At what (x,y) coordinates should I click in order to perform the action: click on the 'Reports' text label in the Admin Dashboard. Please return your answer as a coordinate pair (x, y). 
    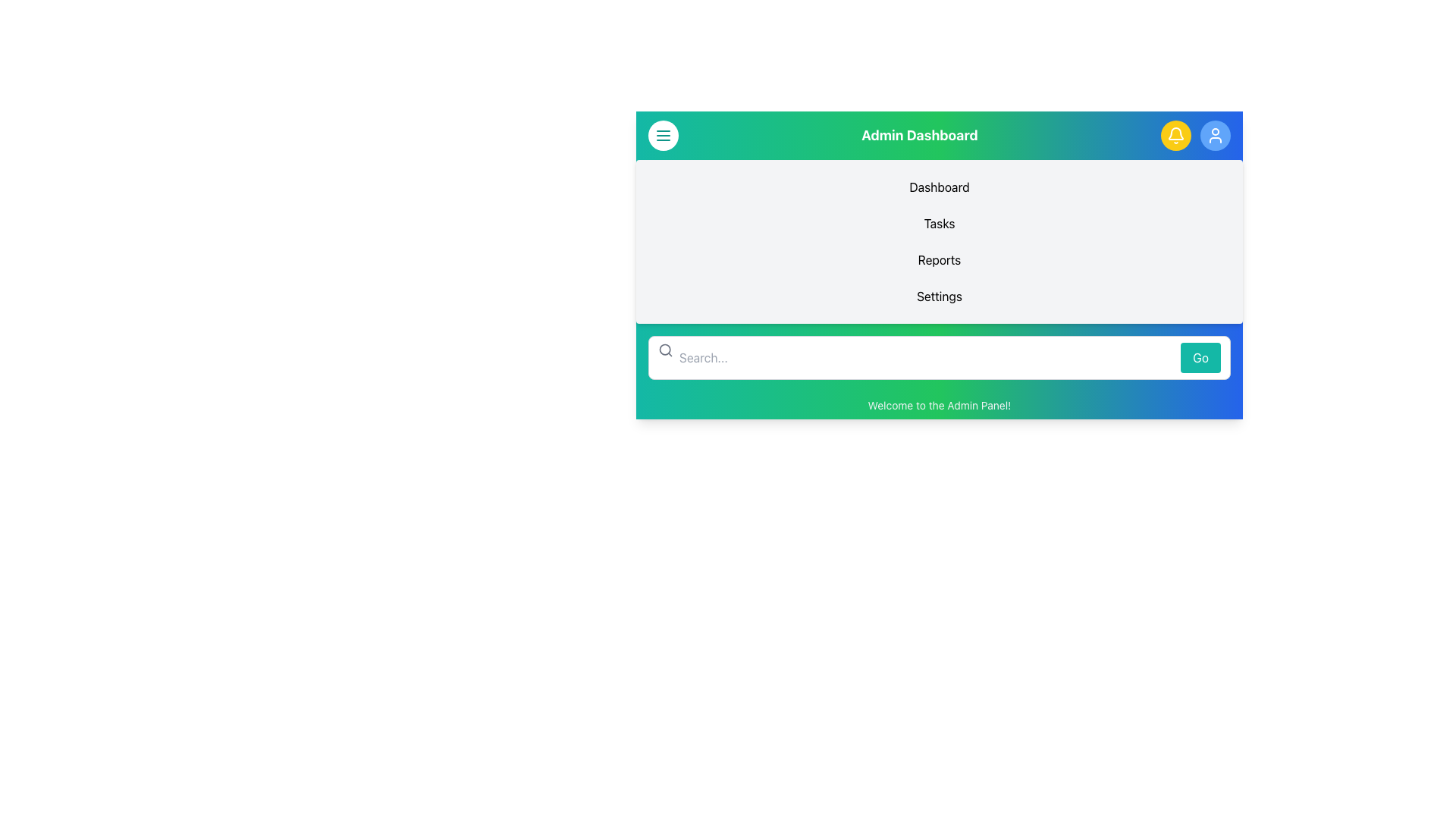
    Looking at the image, I should click on (938, 259).